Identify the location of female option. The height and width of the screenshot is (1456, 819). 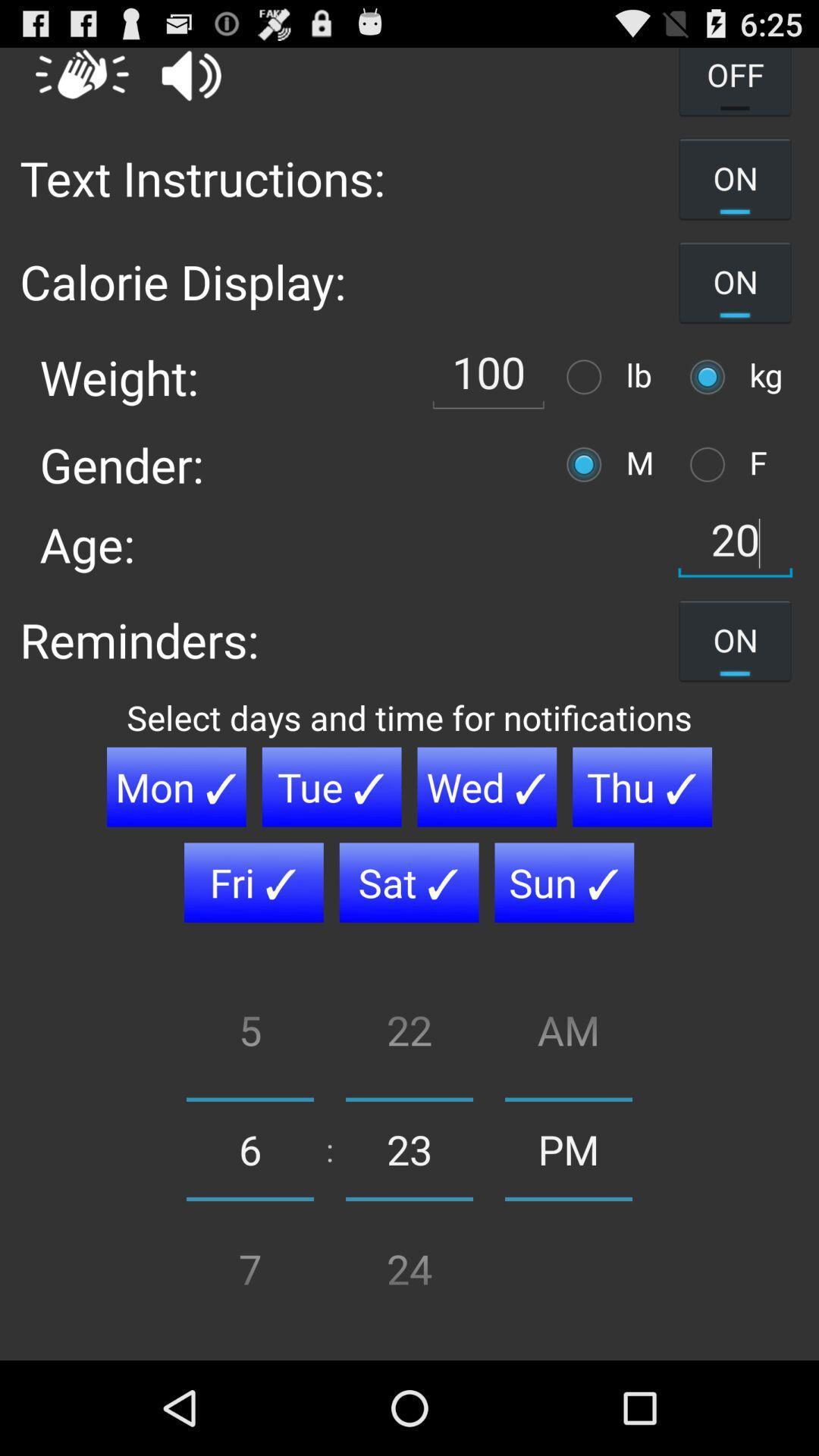
(711, 463).